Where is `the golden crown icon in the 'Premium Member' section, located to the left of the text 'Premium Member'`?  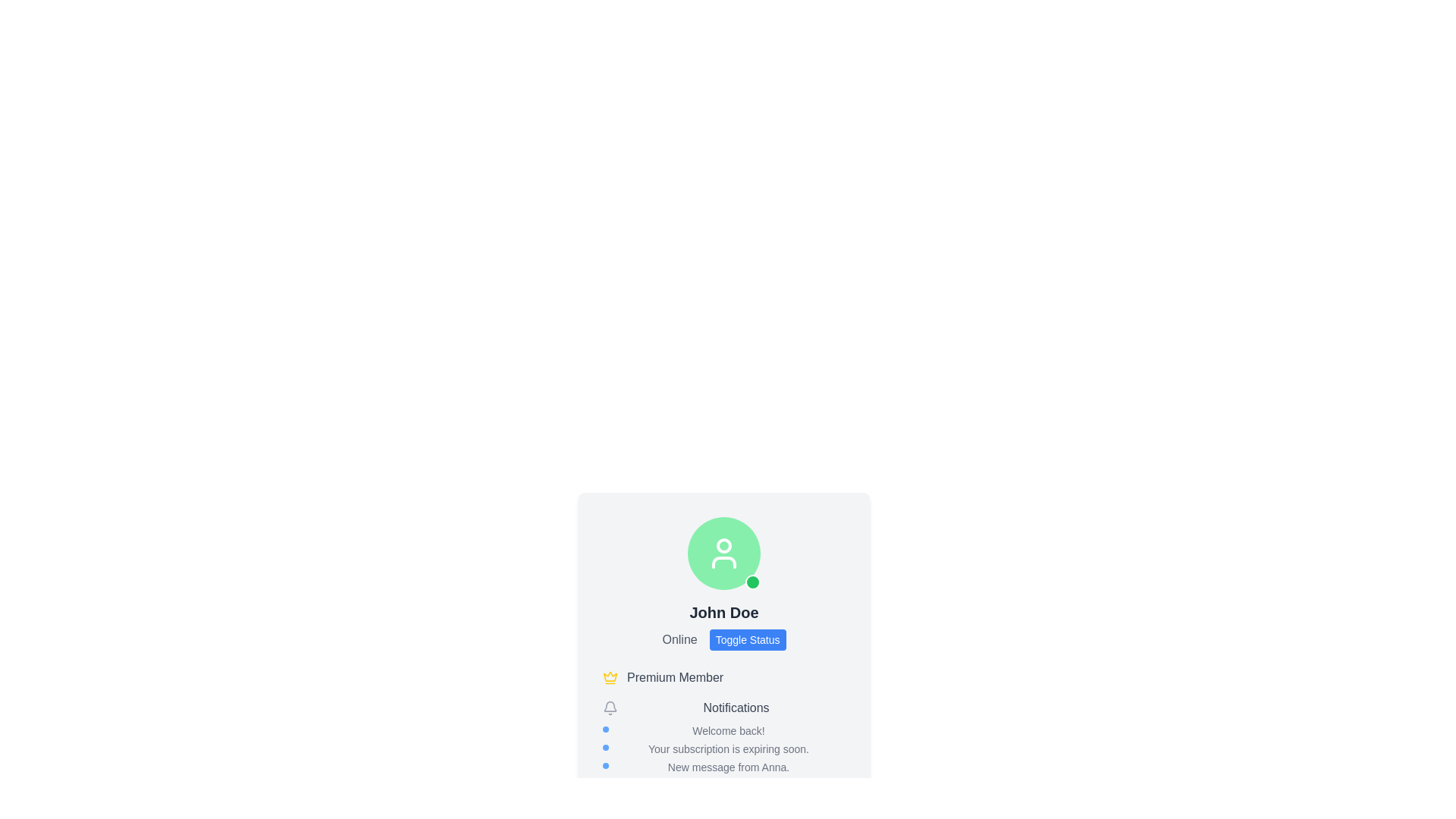
the golden crown icon in the 'Premium Member' section, located to the left of the text 'Premium Member' is located at coordinates (610, 676).